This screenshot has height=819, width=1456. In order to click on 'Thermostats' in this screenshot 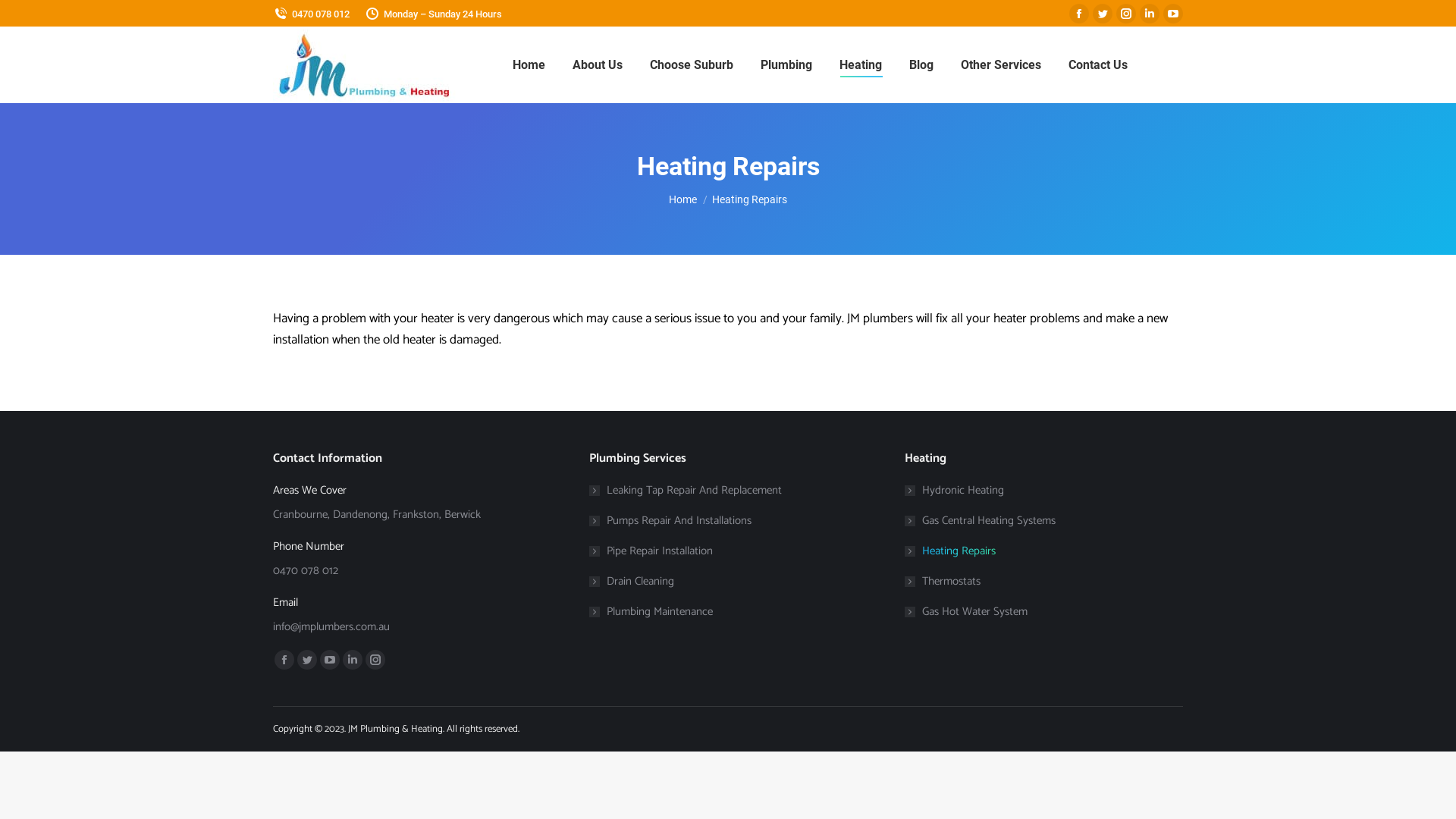, I will do `click(942, 580)`.